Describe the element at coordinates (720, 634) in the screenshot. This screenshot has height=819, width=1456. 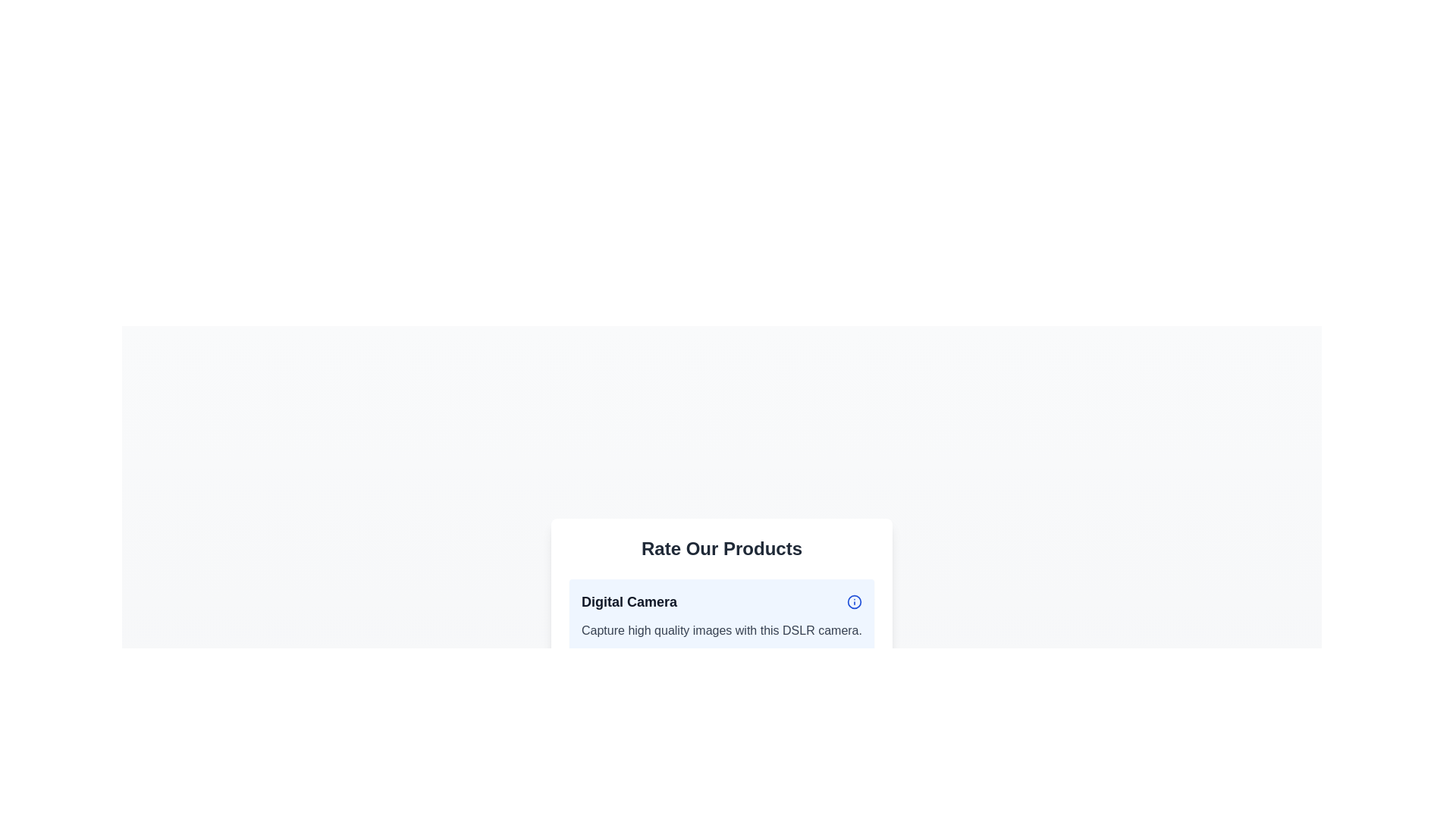
I see `the product description text for 'Digital Camera'` at that location.